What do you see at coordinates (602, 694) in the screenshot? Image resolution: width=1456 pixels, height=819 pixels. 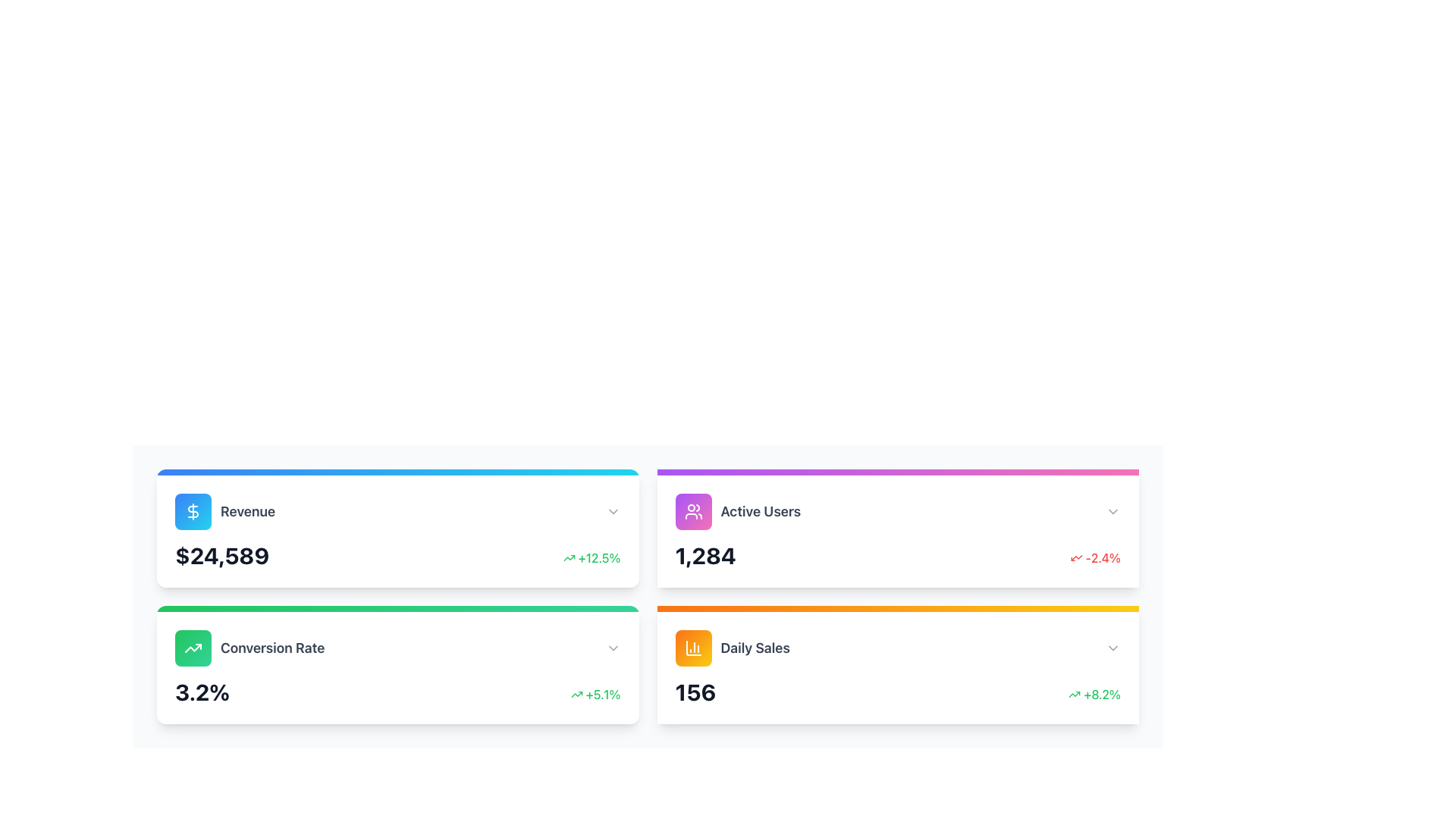 I see `the percentage value text indicating the growth or change in the bottom-left card titled 'Conversion Rate', located to the right of the upward arrow icon` at bounding box center [602, 694].